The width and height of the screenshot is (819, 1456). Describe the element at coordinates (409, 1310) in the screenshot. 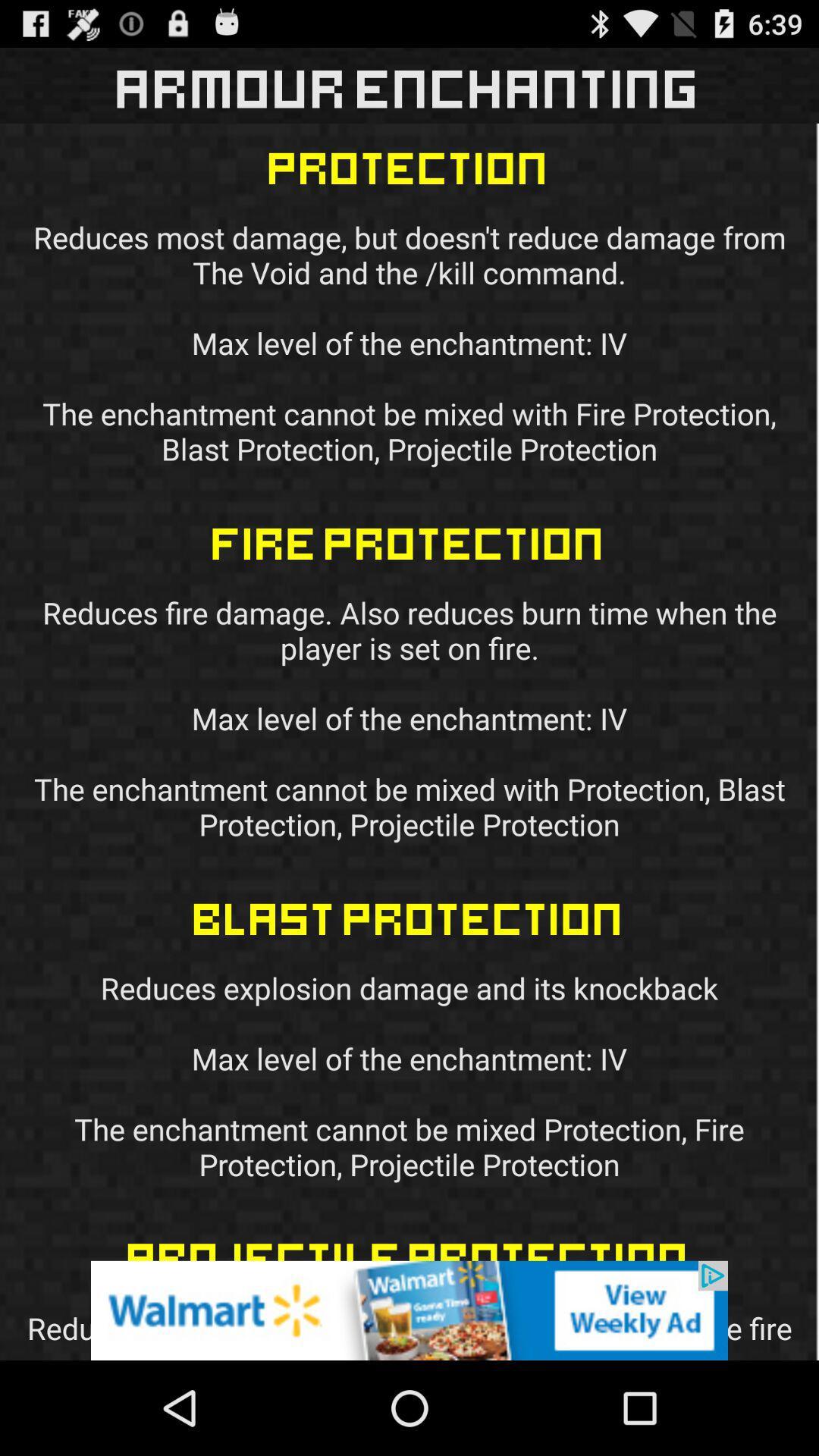

I see `advertisement website` at that location.